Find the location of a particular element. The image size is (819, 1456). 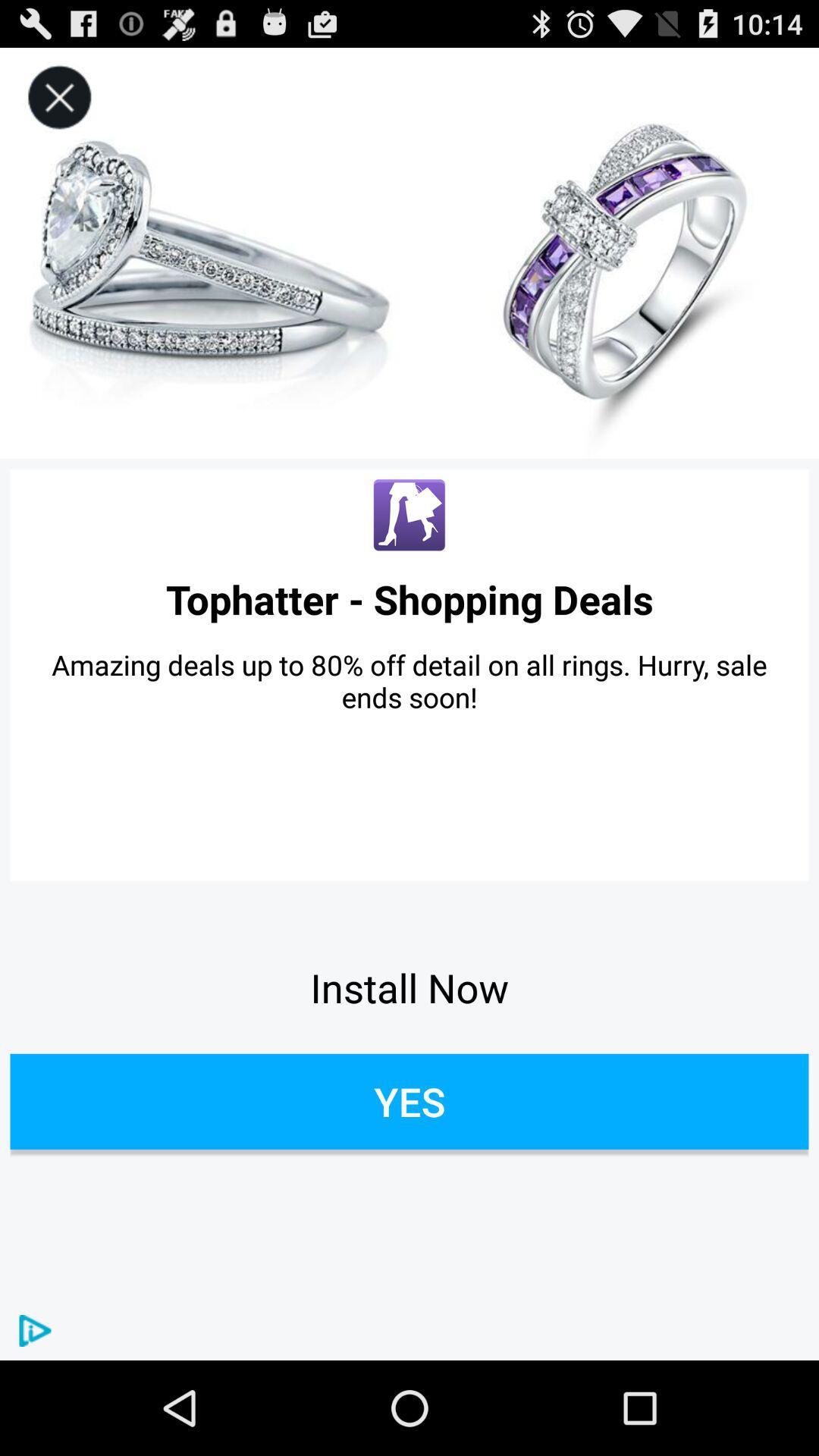

icon at the top is located at coordinates (409, 253).